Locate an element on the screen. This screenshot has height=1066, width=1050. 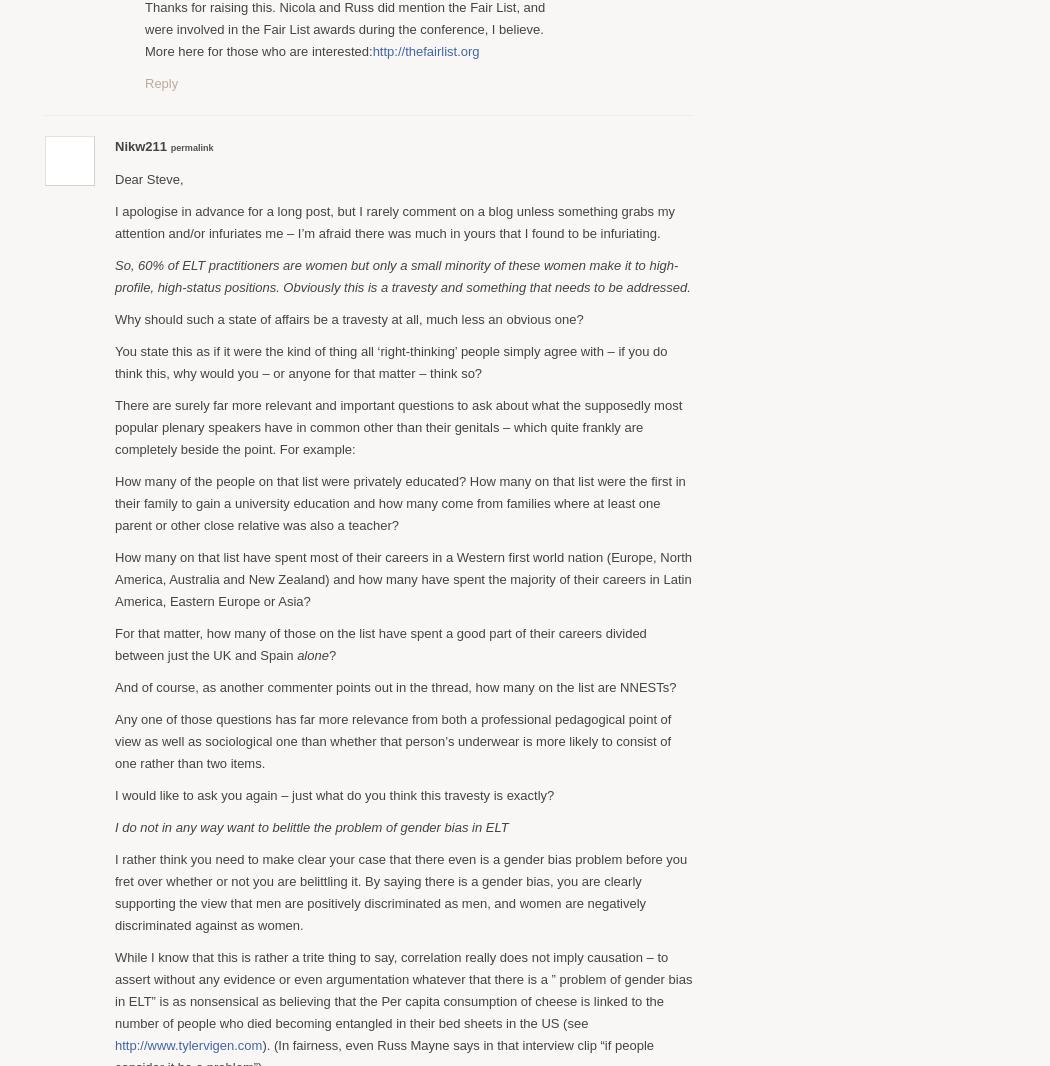
'Dear Steve,' is located at coordinates (147, 177).